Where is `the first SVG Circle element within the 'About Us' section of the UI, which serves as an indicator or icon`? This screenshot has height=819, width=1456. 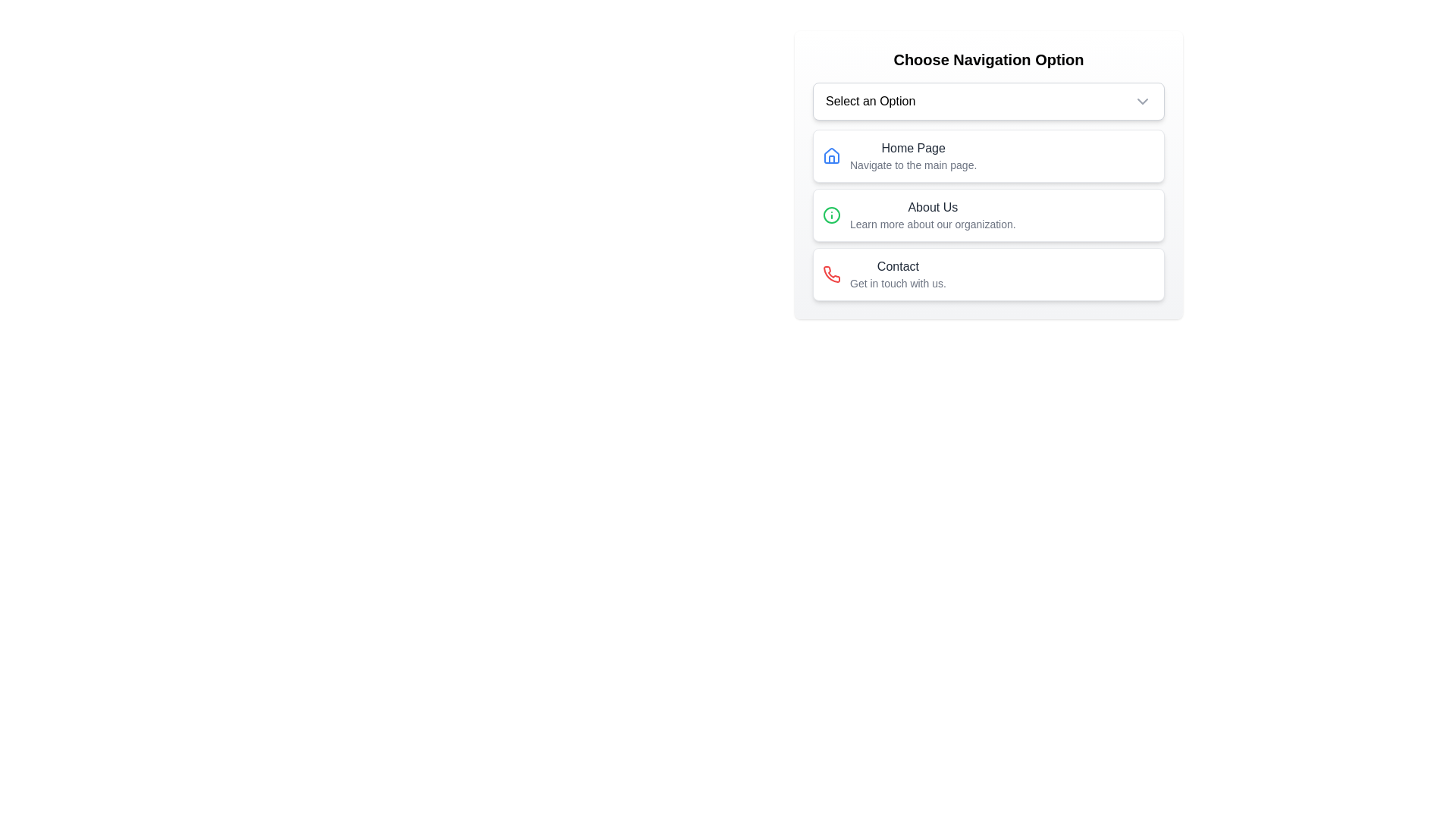 the first SVG Circle element within the 'About Us' section of the UI, which serves as an indicator or icon is located at coordinates (831, 215).